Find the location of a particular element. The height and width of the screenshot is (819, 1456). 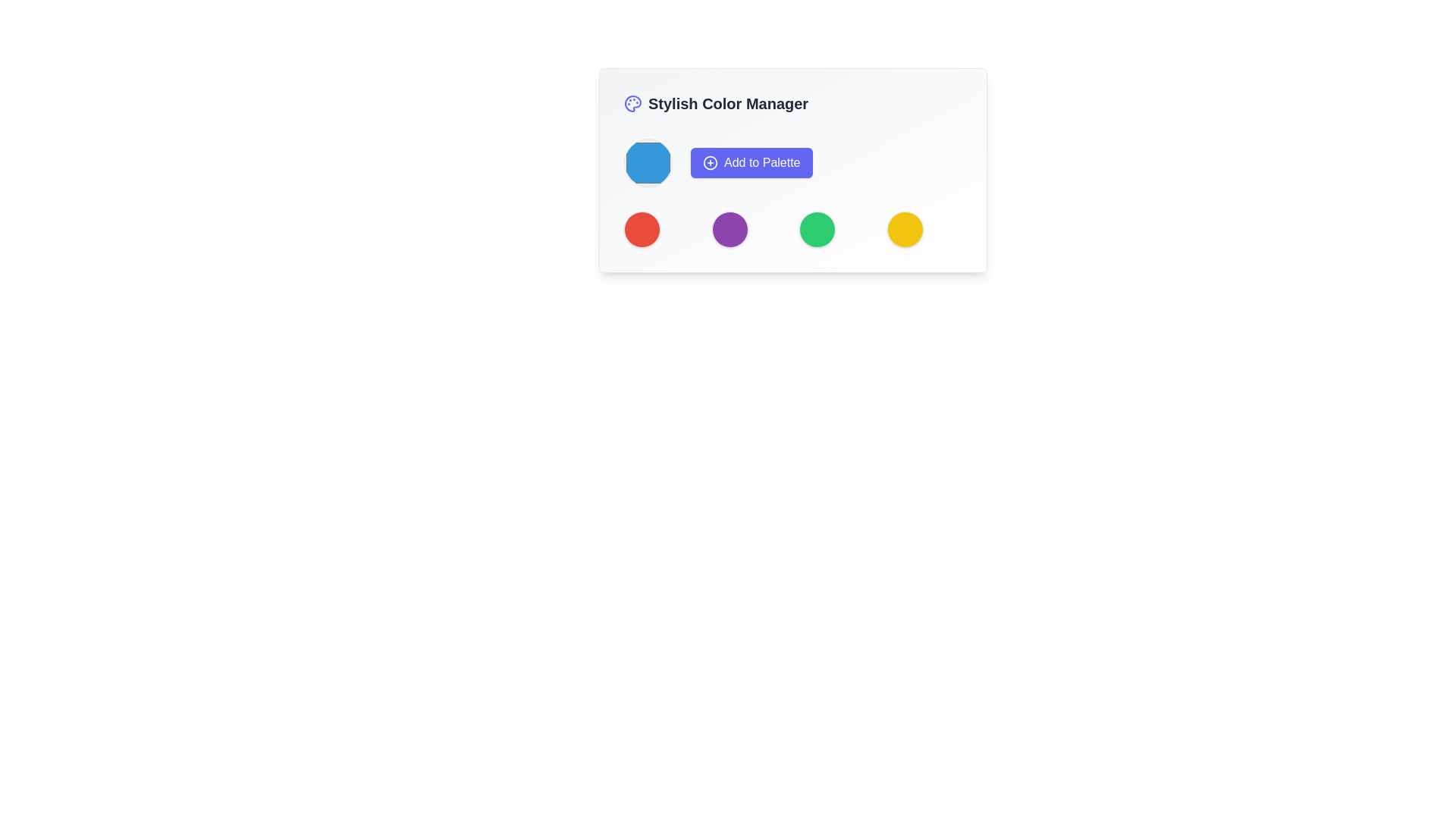

on the fourth circular decorative or selector button in the grid layout under the 'Stylish Color Manager' section is located at coordinates (905, 230).